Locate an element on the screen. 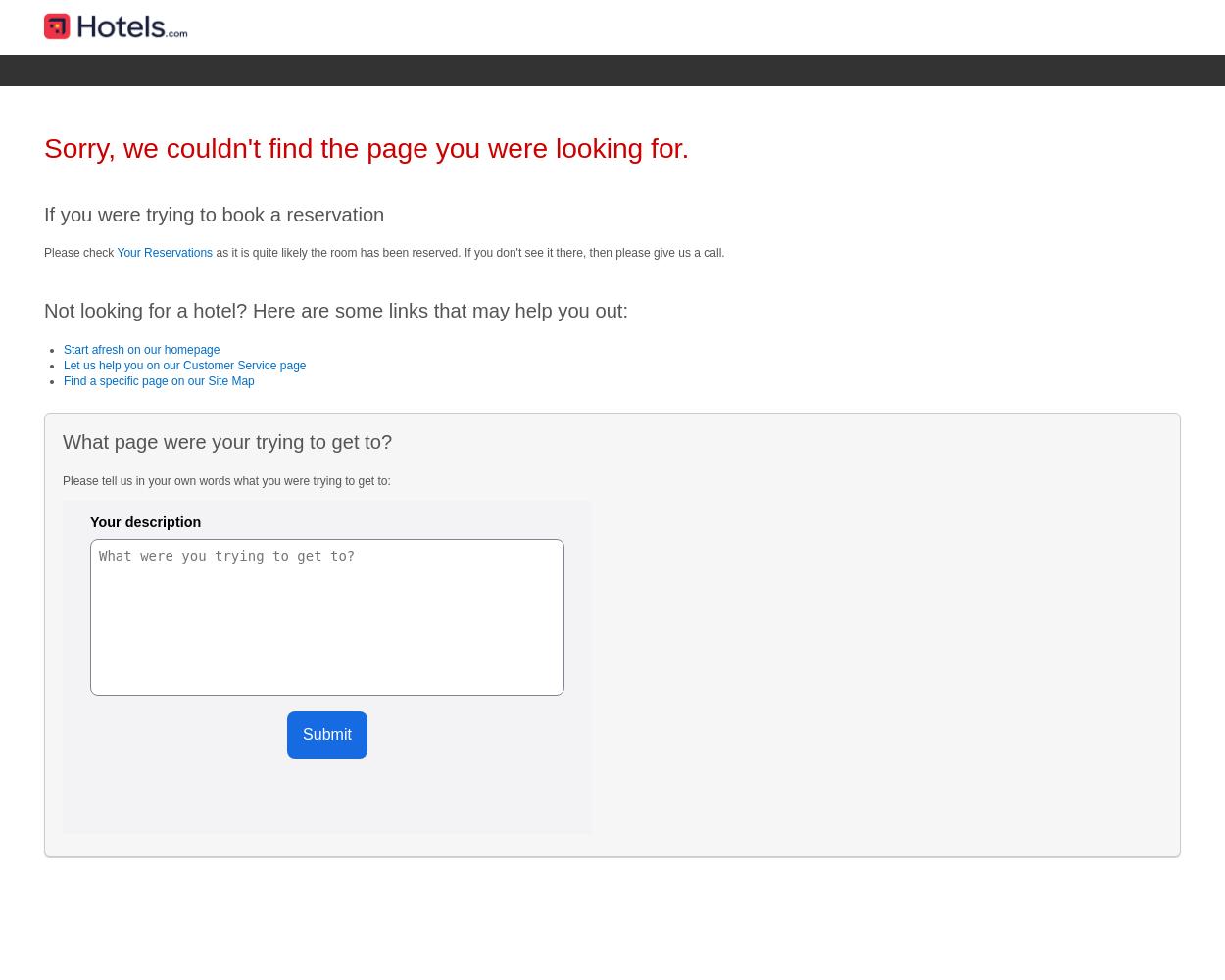 This screenshot has height=980, width=1225. 'What page were your trying to get to?' is located at coordinates (225, 441).